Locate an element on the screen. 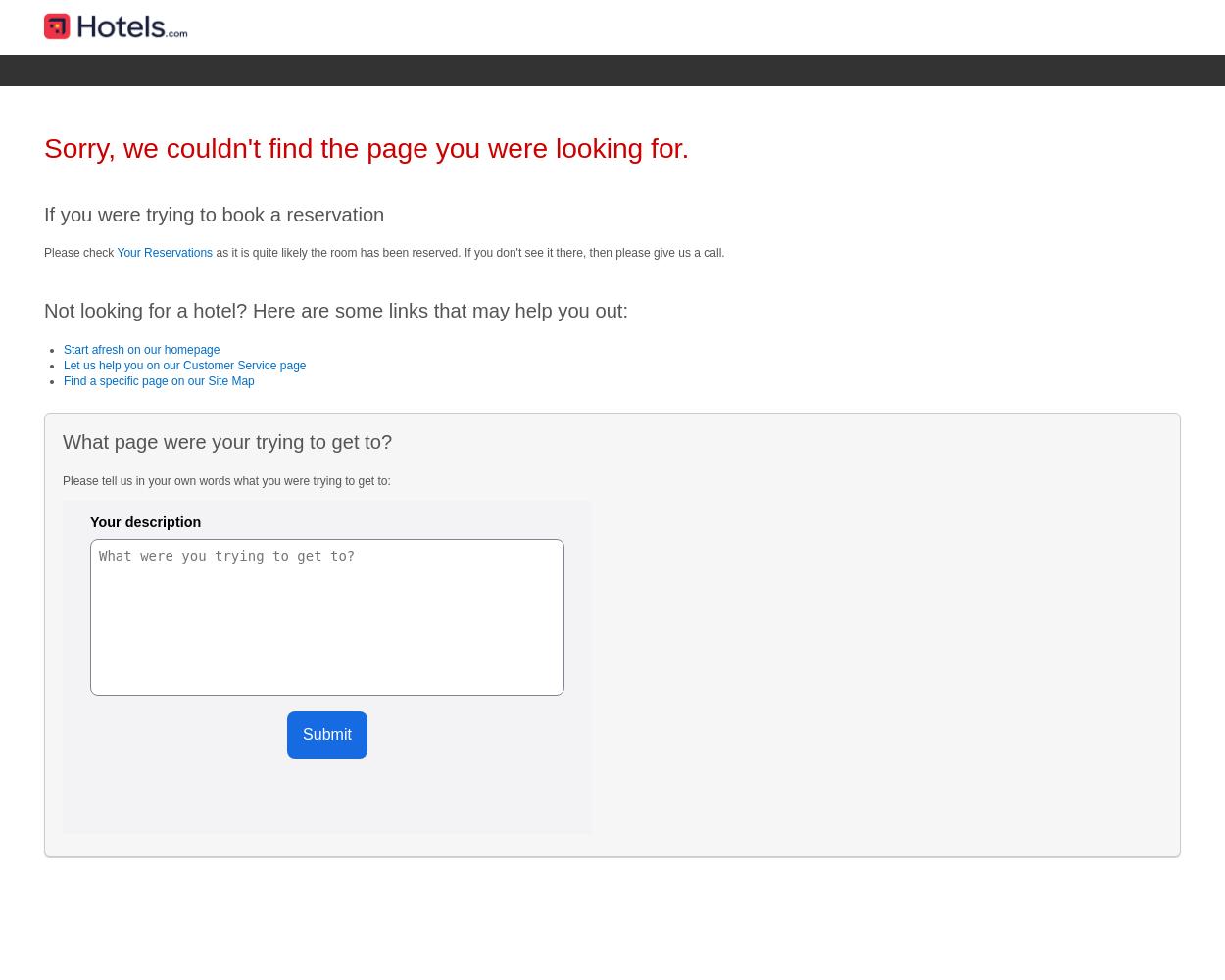 This screenshot has height=980, width=1225. 'What page were your trying to get to?' is located at coordinates (225, 441).